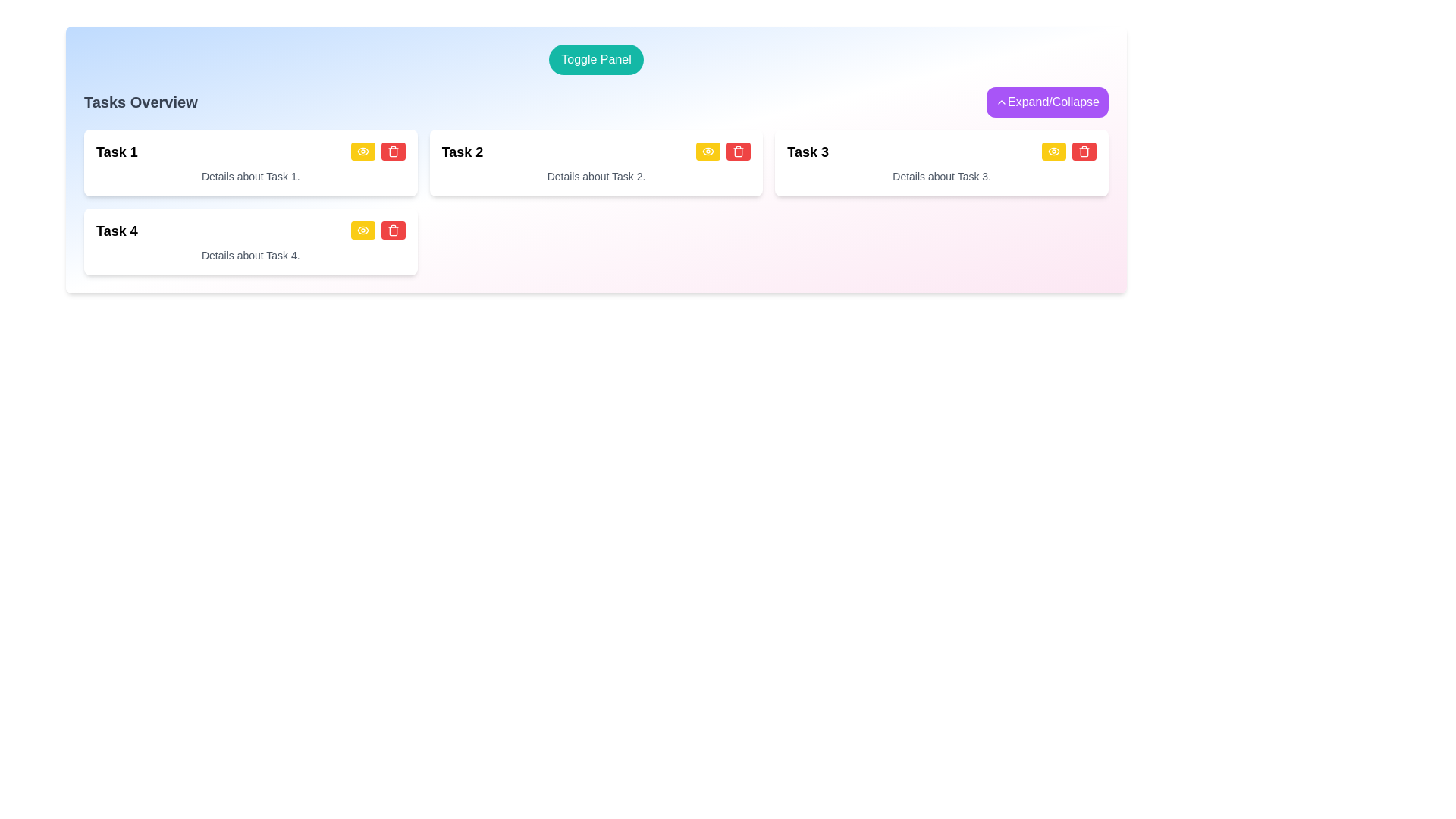  Describe the element at coordinates (393, 230) in the screenshot. I see `the delete button located in the row of interactive buttons to the right of the yellow eye icon button, which is part of the 'Task 4' card in the lower-left area of the interface` at that location.